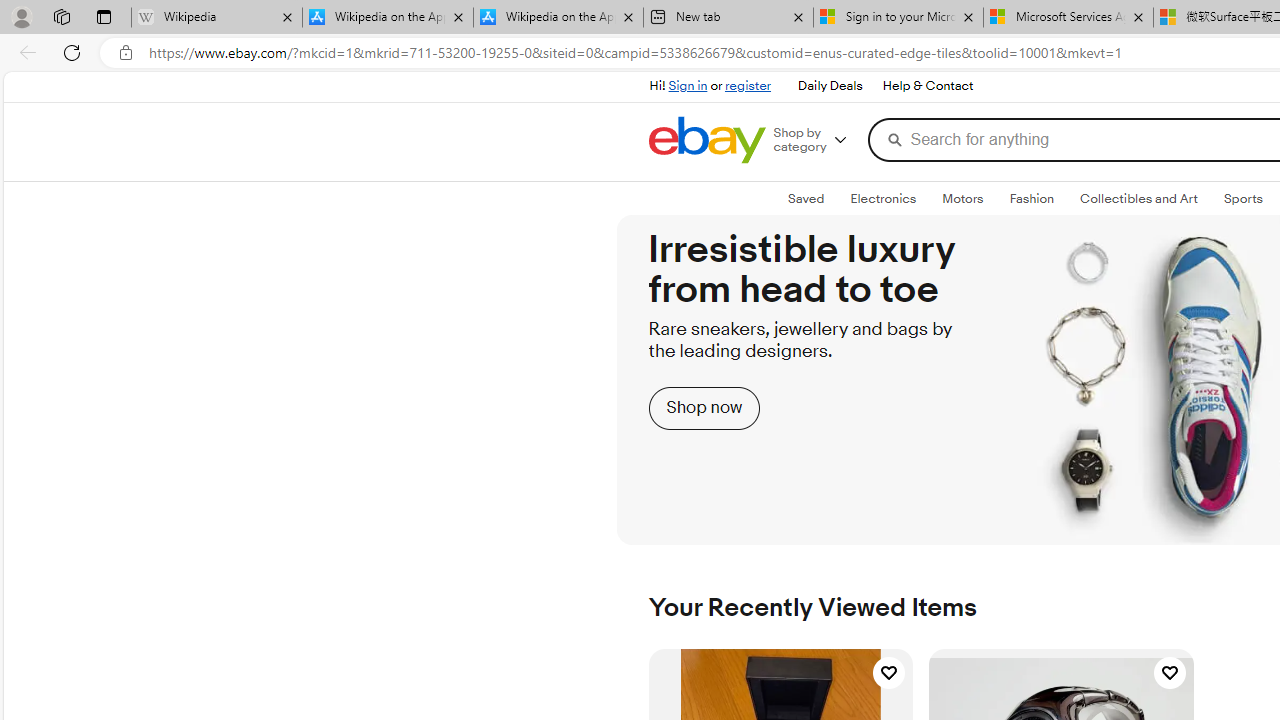 This screenshot has width=1280, height=720. Describe the element at coordinates (927, 86) in the screenshot. I see `'Help & Contact'` at that location.